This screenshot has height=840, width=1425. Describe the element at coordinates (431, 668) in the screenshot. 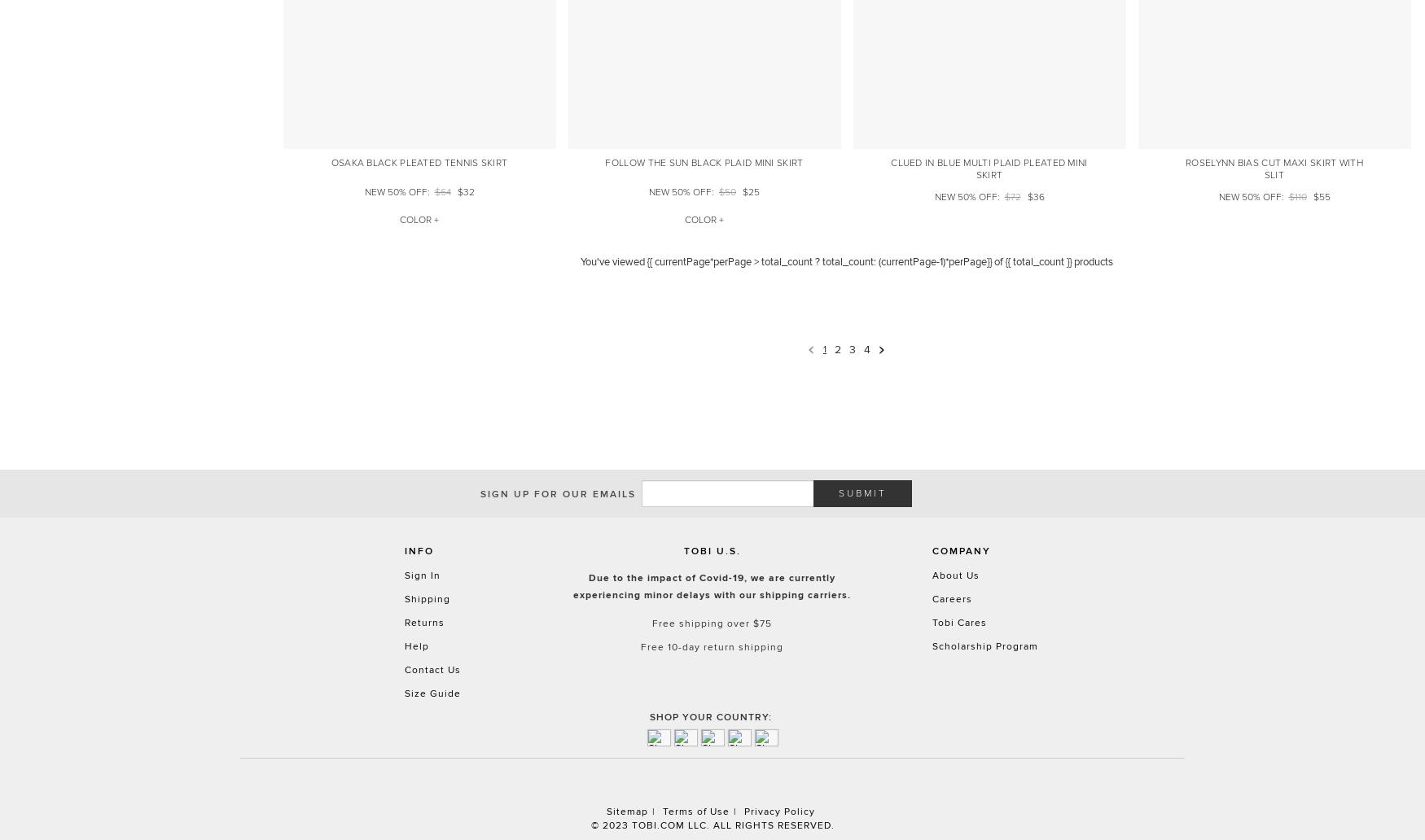

I see `'Contact Us'` at that location.